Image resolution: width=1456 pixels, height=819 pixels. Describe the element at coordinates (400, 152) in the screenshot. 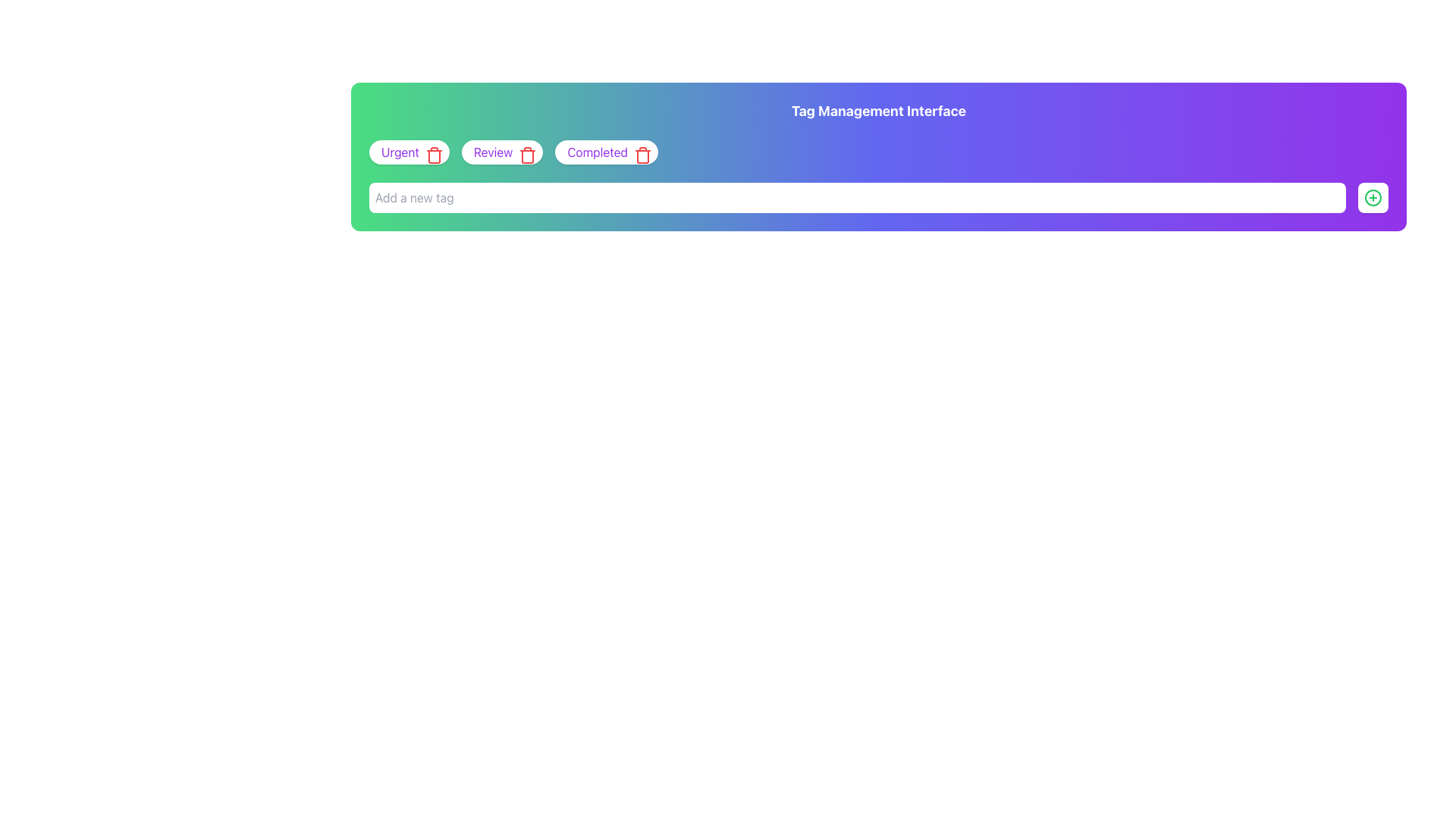

I see `the 'Urgent' text label, which is the first tag in a group of tags with a white background and rounded edges` at that location.